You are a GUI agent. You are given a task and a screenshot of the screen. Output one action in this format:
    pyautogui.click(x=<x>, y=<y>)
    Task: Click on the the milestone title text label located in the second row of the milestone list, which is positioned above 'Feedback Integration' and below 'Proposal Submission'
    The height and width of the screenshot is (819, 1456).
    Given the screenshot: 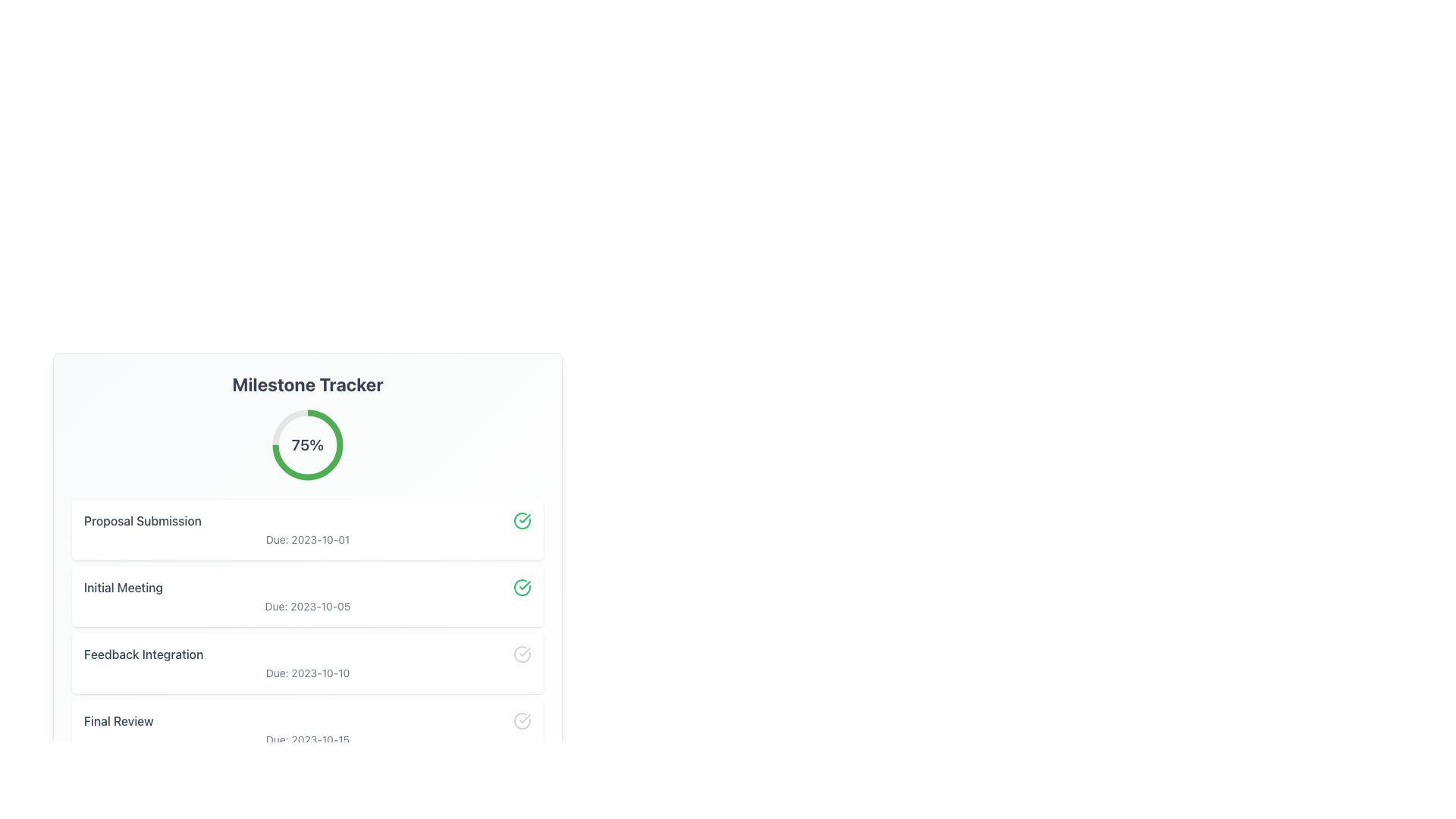 What is the action you would take?
    pyautogui.click(x=124, y=587)
    